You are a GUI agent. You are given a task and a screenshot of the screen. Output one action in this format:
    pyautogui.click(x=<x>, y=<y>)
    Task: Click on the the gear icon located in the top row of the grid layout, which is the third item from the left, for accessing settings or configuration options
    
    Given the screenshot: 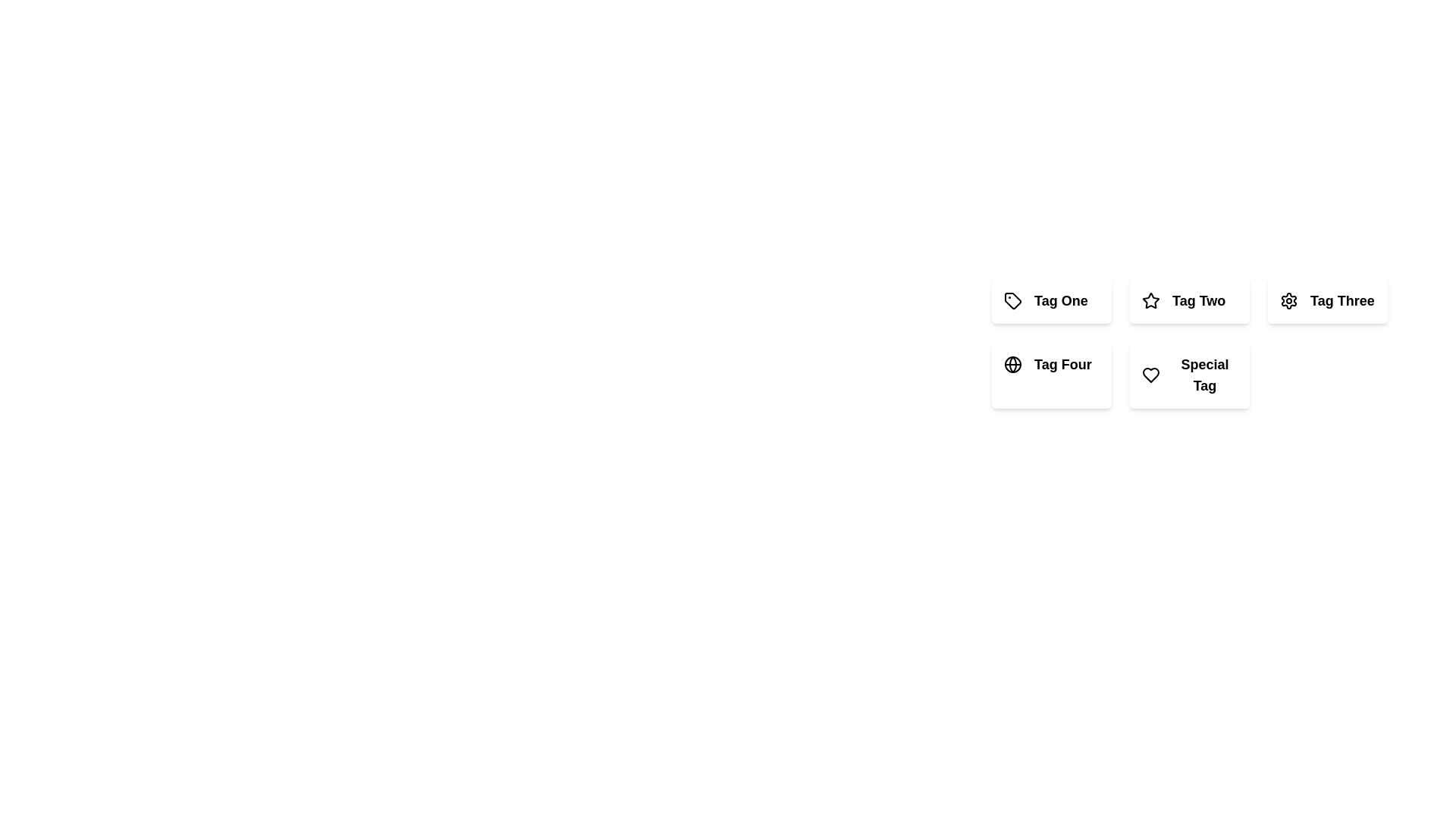 What is the action you would take?
    pyautogui.click(x=1288, y=301)
    